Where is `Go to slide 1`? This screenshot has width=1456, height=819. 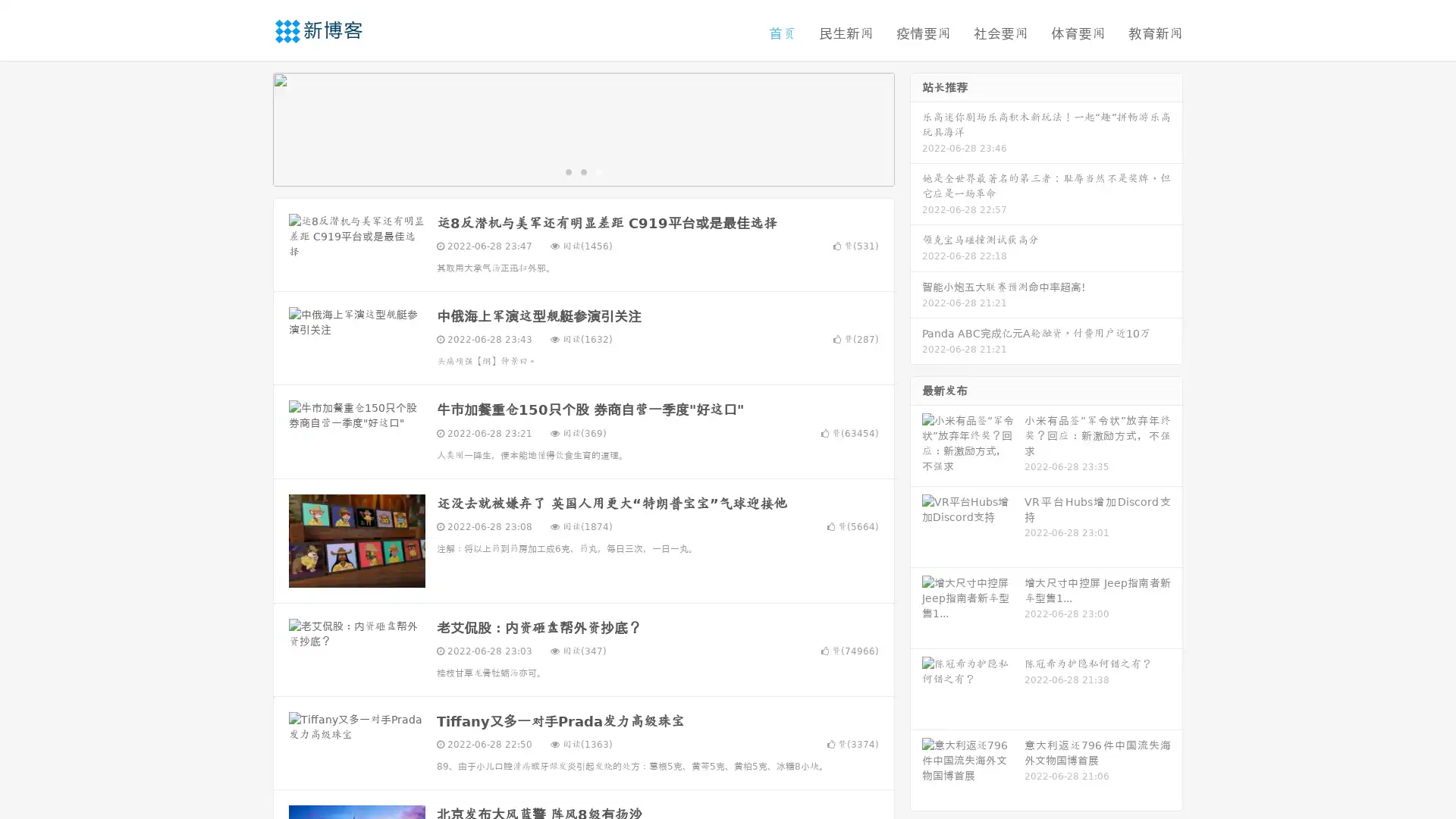
Go to slide 1 is located at coordinates (567, 171).